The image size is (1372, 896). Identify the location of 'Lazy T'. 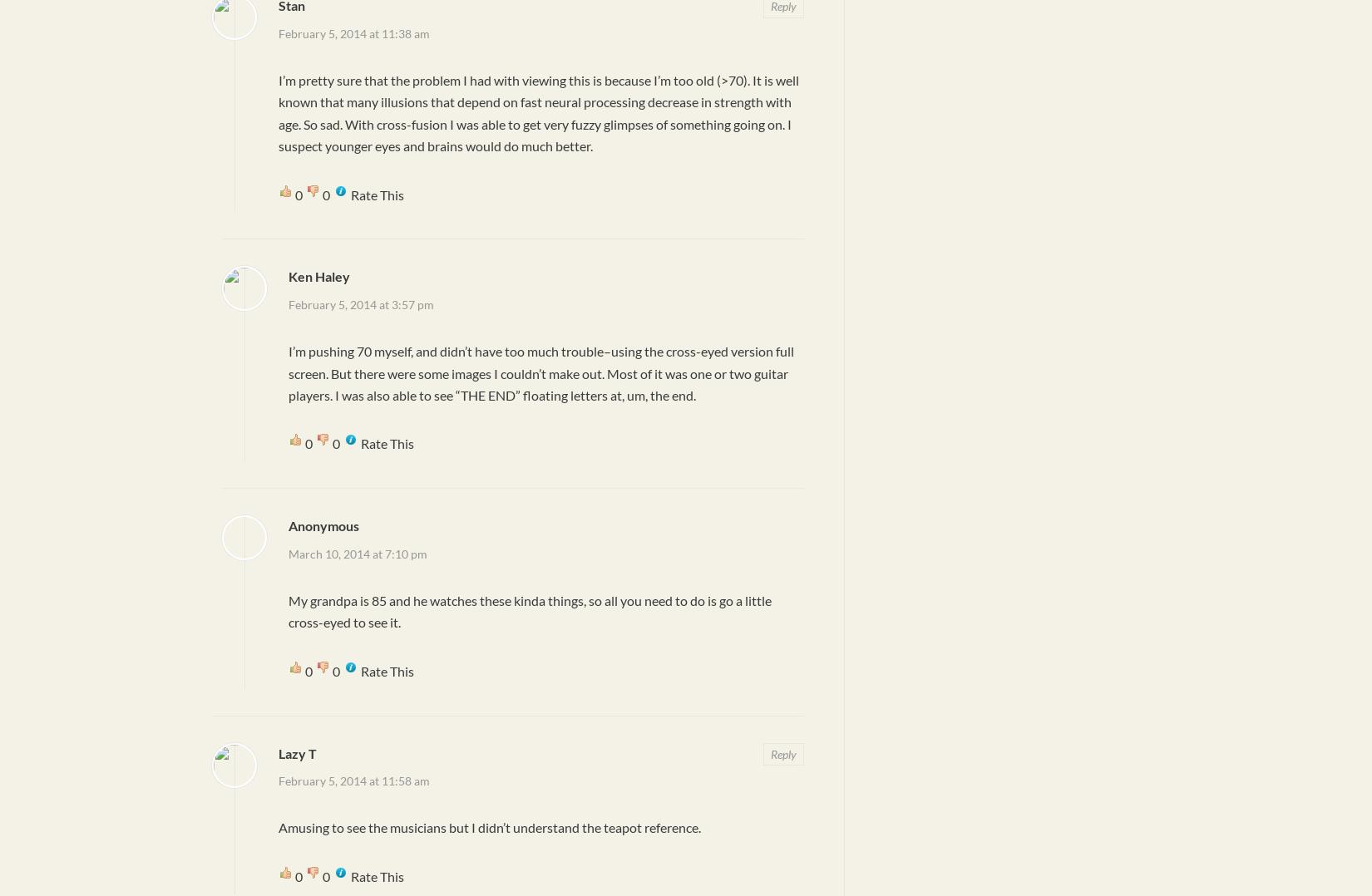
(298, 752).